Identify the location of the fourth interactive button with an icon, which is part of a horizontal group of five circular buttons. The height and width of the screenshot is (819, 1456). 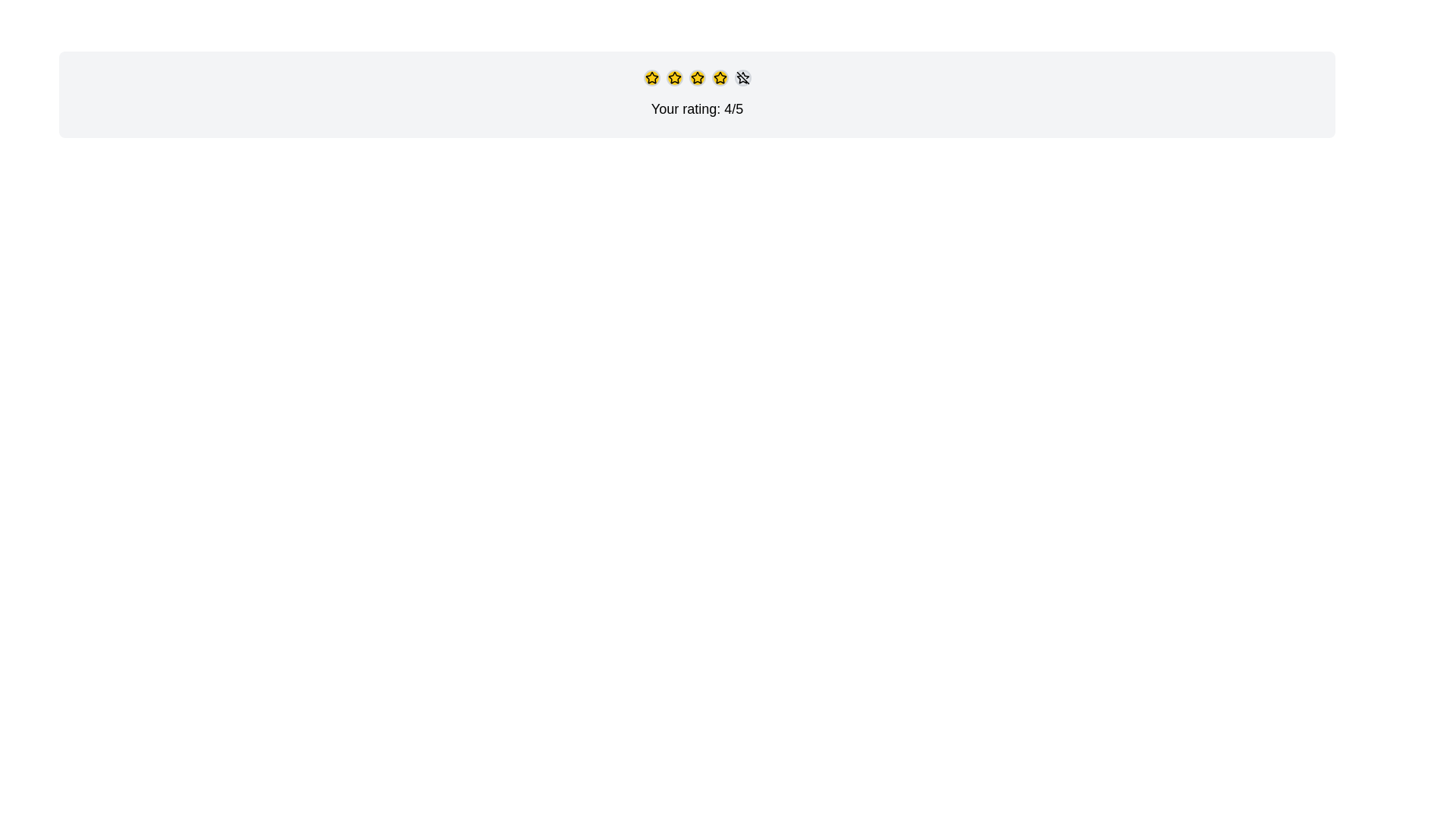
(719, 78).